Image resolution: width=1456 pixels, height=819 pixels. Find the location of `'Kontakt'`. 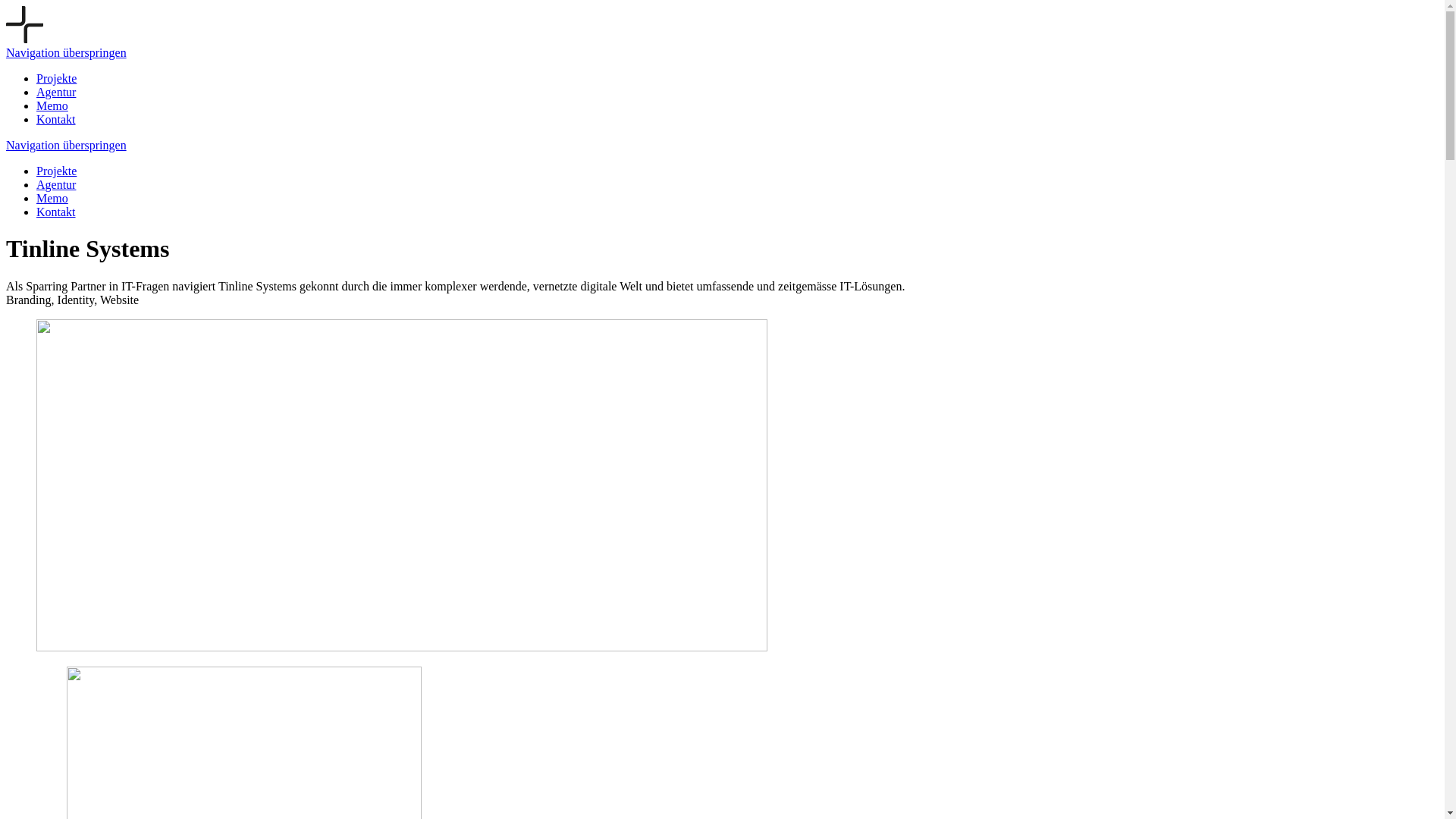

'Kontakt' is located at coordinates (55, 118).